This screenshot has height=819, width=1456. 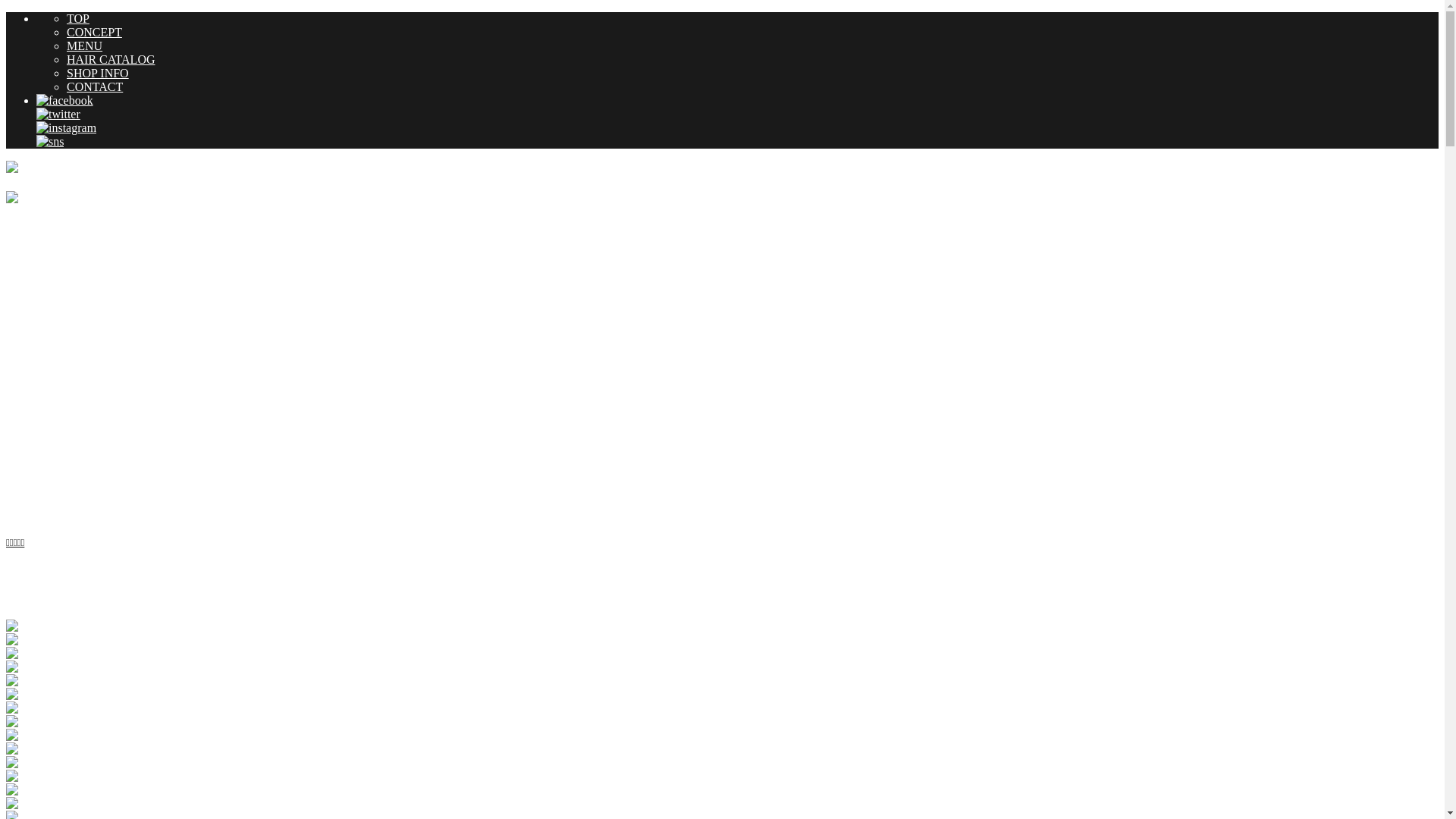 I want to click on 'LINE', so click(x=50, y=141).